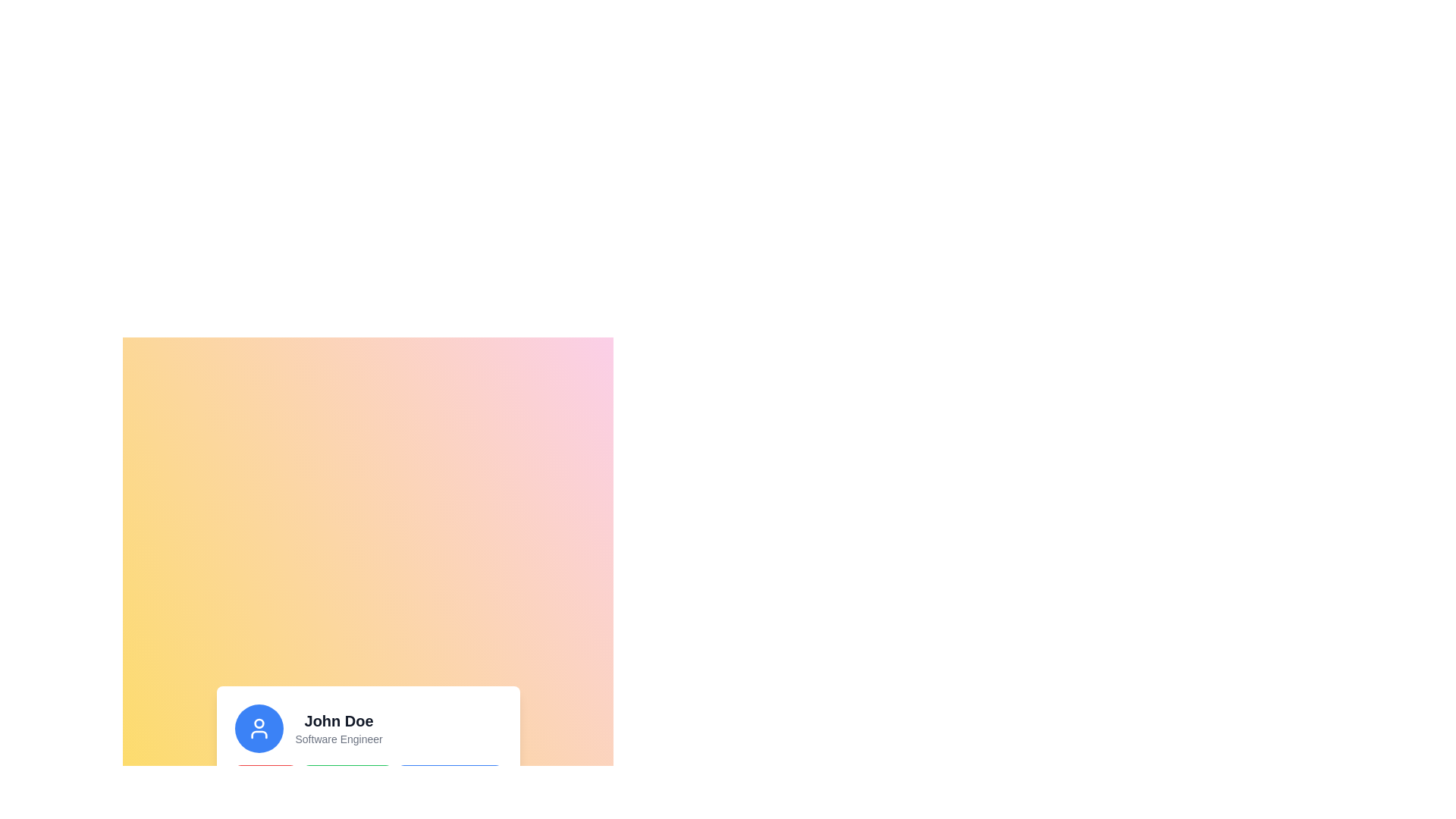 The width and height of the screenshot is (1456, 819). Describe the element at coordinates (338, 720) in the screenshot. I see `the text label displaying 'John Doe', which is a bold, large font on a white background, positioned above 'Software Engineer' and to the right of a circular blue icon` at that location.